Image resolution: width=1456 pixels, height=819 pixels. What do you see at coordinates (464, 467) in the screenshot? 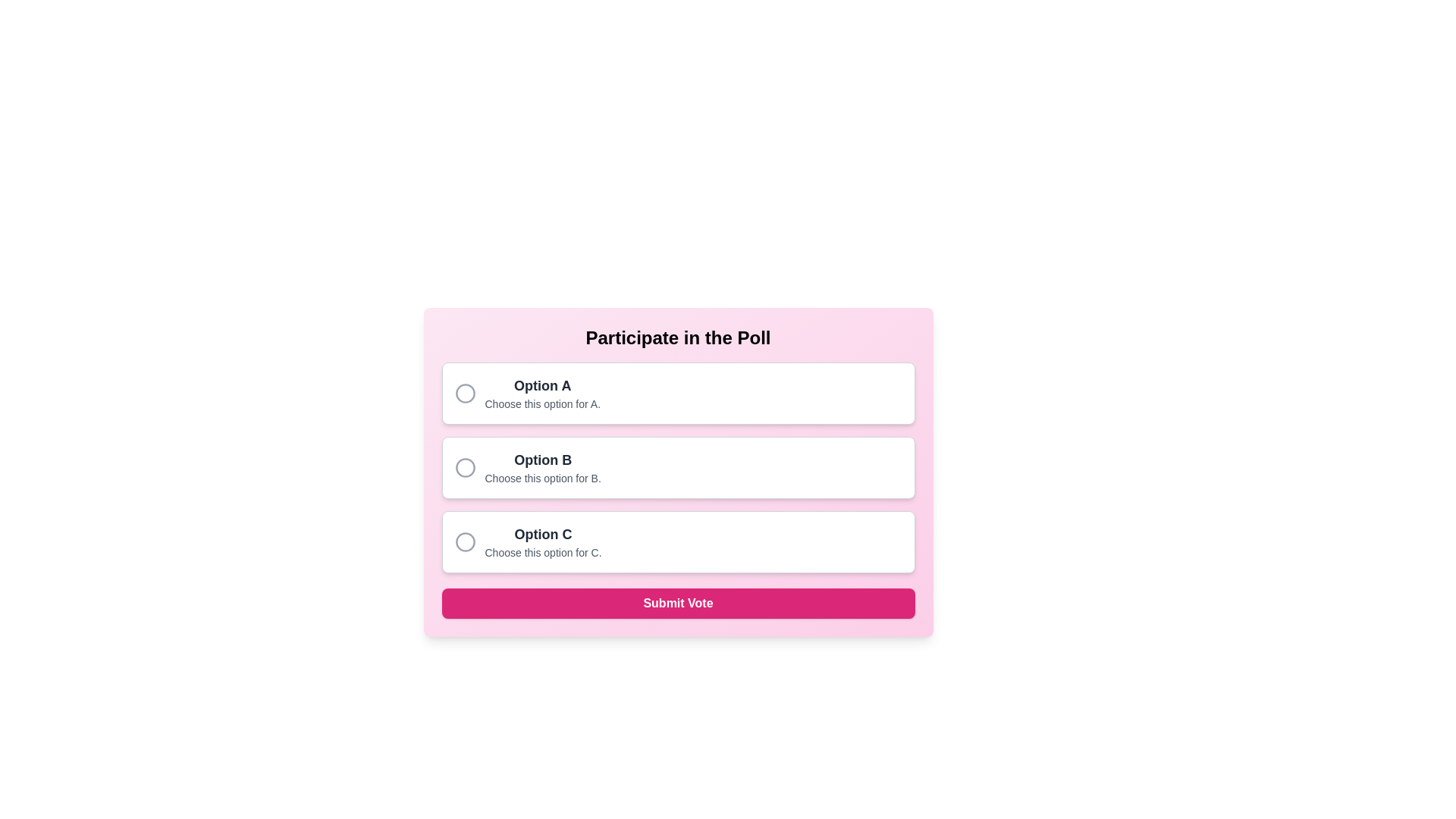
I see `the inner filled circle of the radio button labeled 'Option B' in the poll` at bounding box center [464, 467].